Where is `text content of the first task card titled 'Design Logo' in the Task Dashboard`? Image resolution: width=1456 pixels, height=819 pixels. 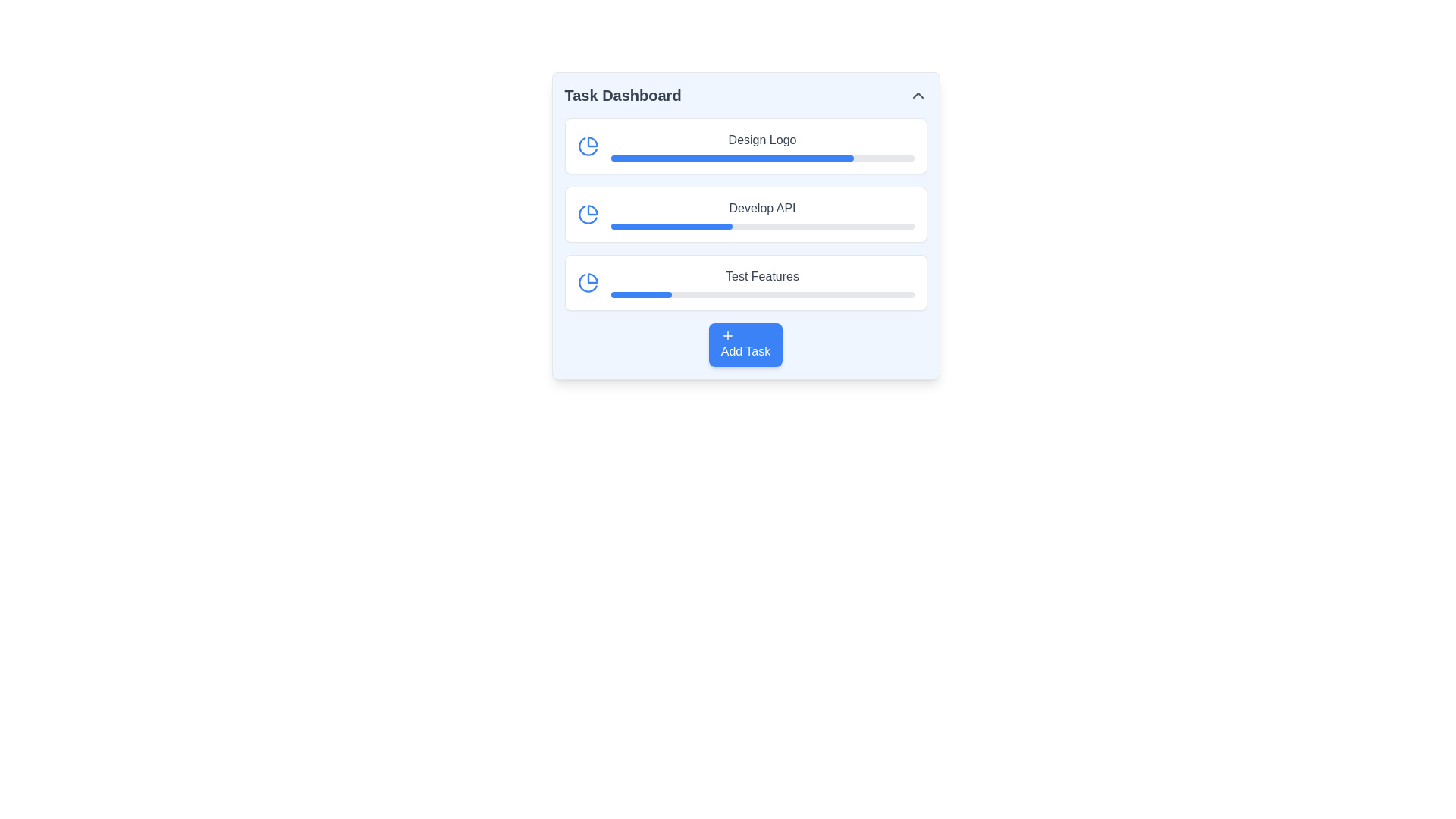 text content of the first task card titled 'Design Logo' in the Task Dashboard is located at coordinates (745, 146).